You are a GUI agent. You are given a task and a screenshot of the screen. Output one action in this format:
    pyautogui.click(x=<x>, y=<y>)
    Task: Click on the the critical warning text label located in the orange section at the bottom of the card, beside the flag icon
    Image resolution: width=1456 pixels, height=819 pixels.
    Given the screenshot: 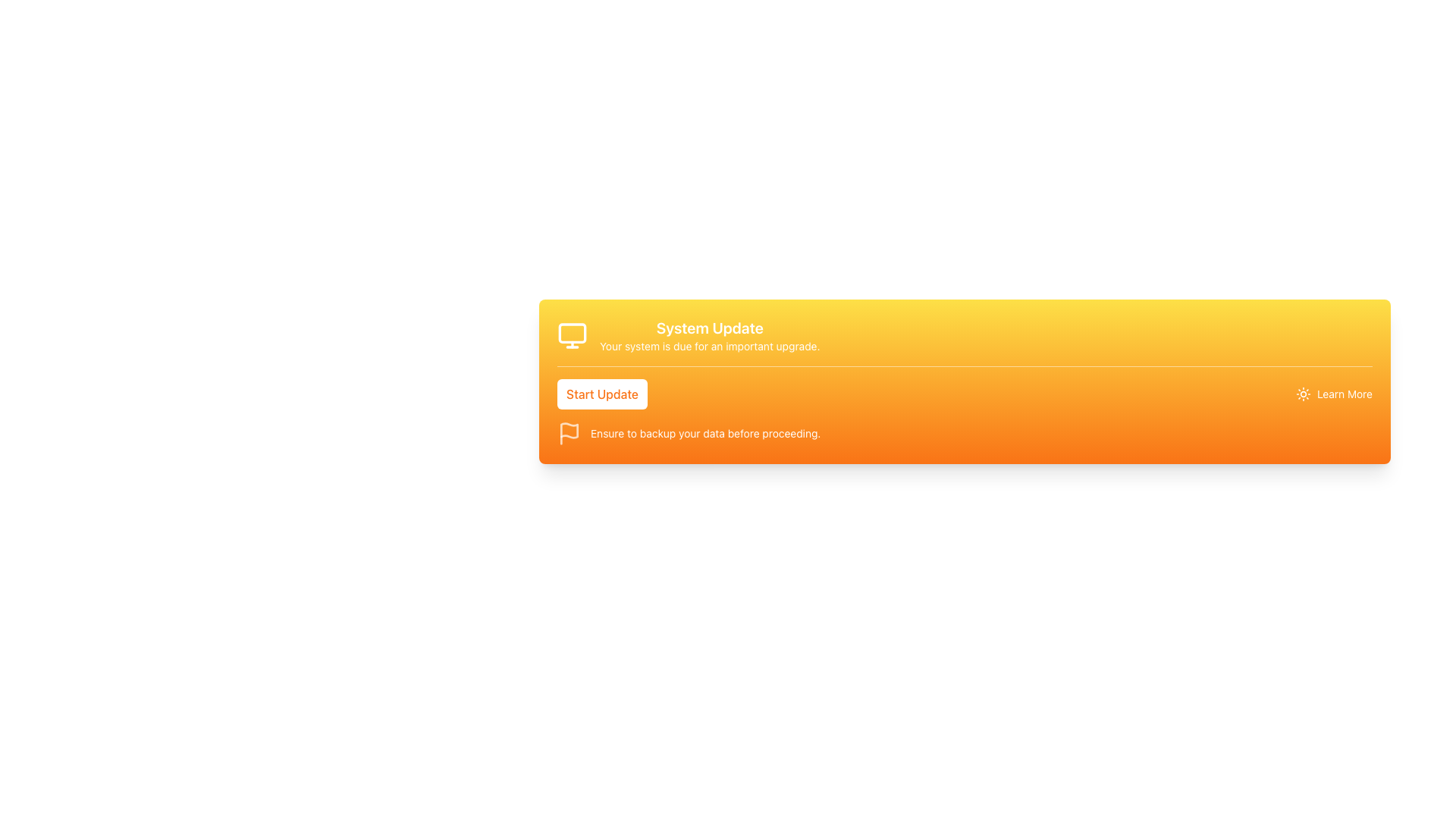 What is the action you would take?
    pyautogui.click(x=704, y=433)
    